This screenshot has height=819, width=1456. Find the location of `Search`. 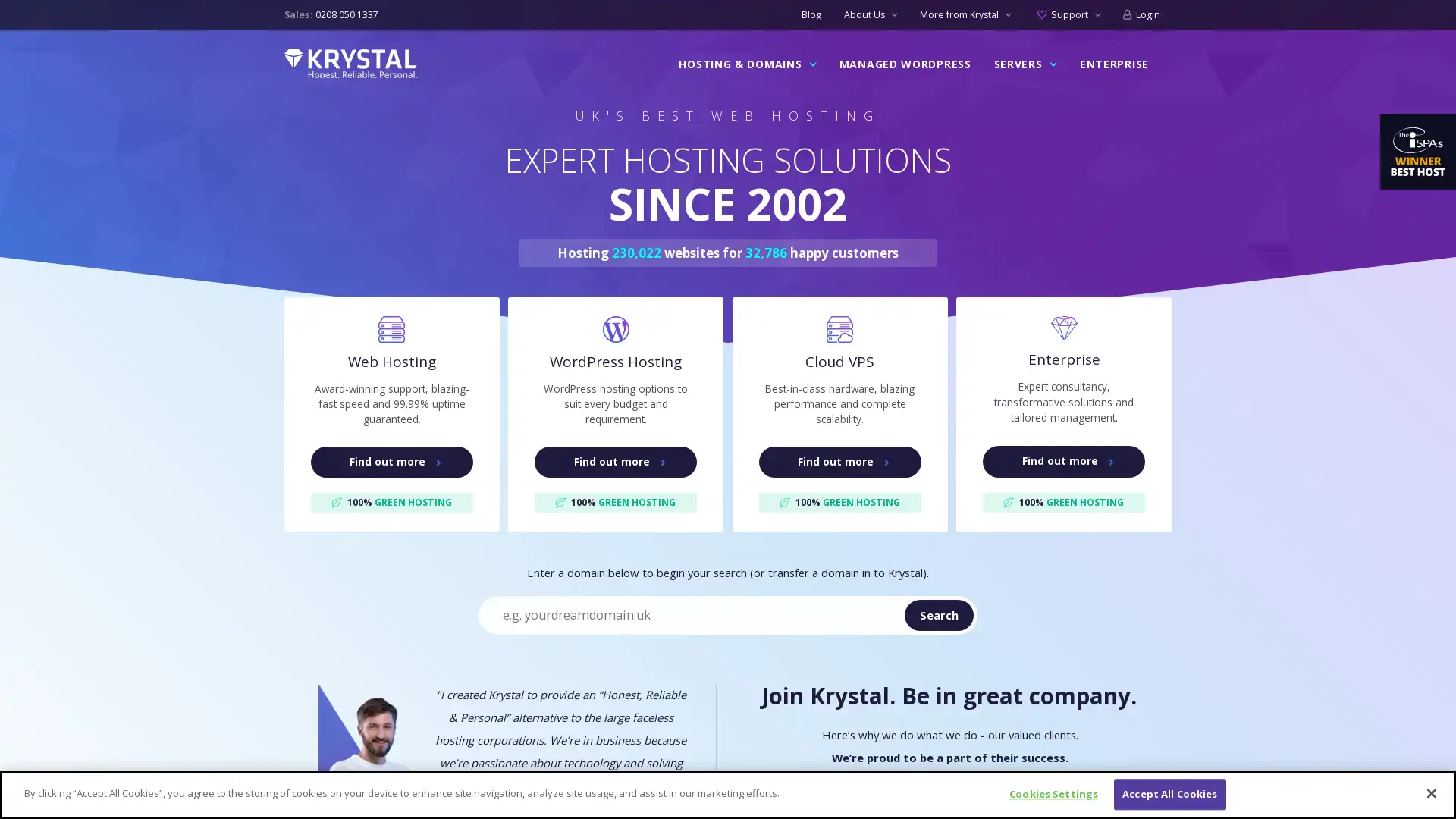

Search is located at coordinates (938, 614).